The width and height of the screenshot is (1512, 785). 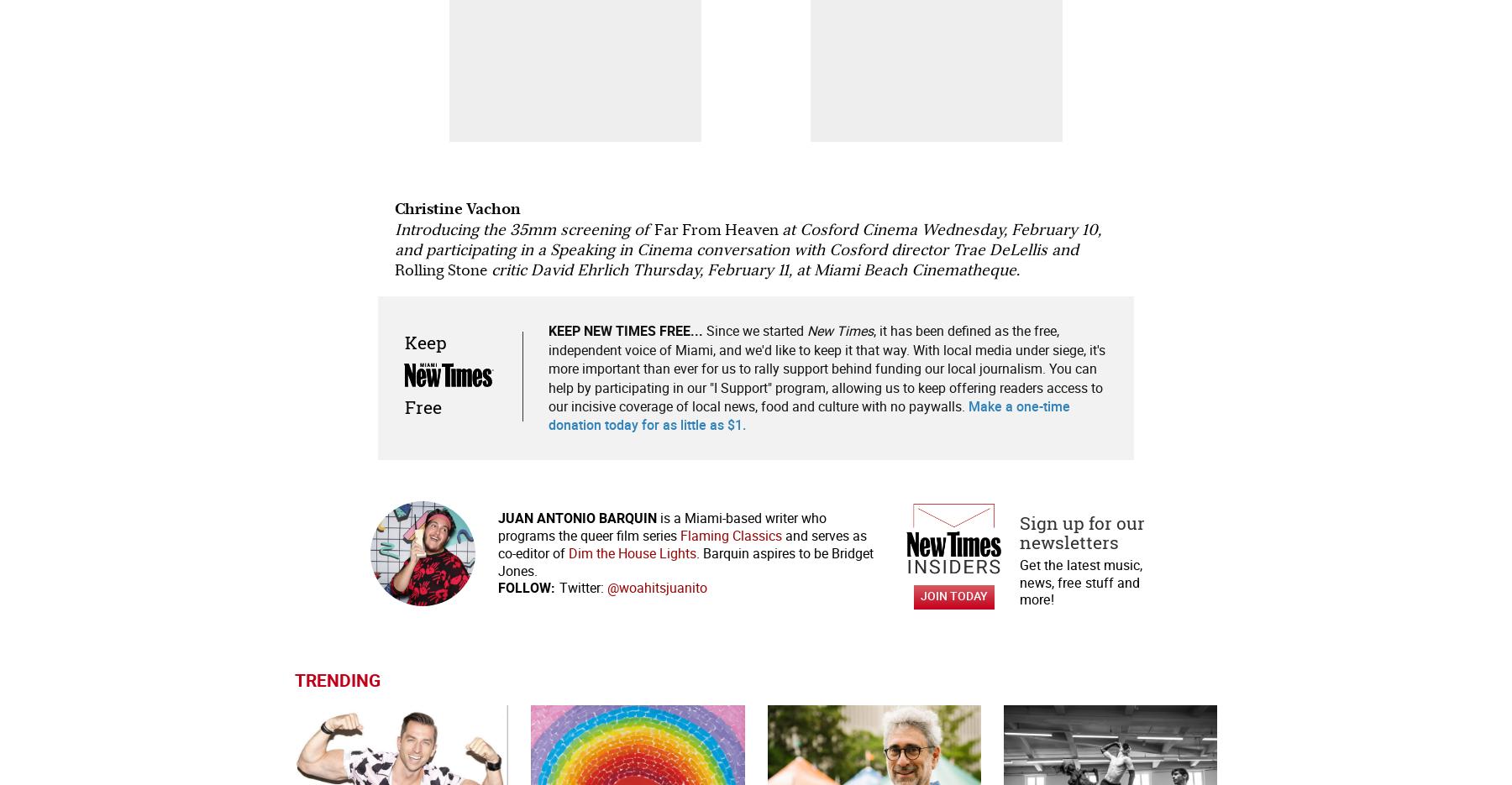 What do you see at coordinates (425, 342) in the screenshot?
I see `'Keep'` at bounding box center [425, 342].